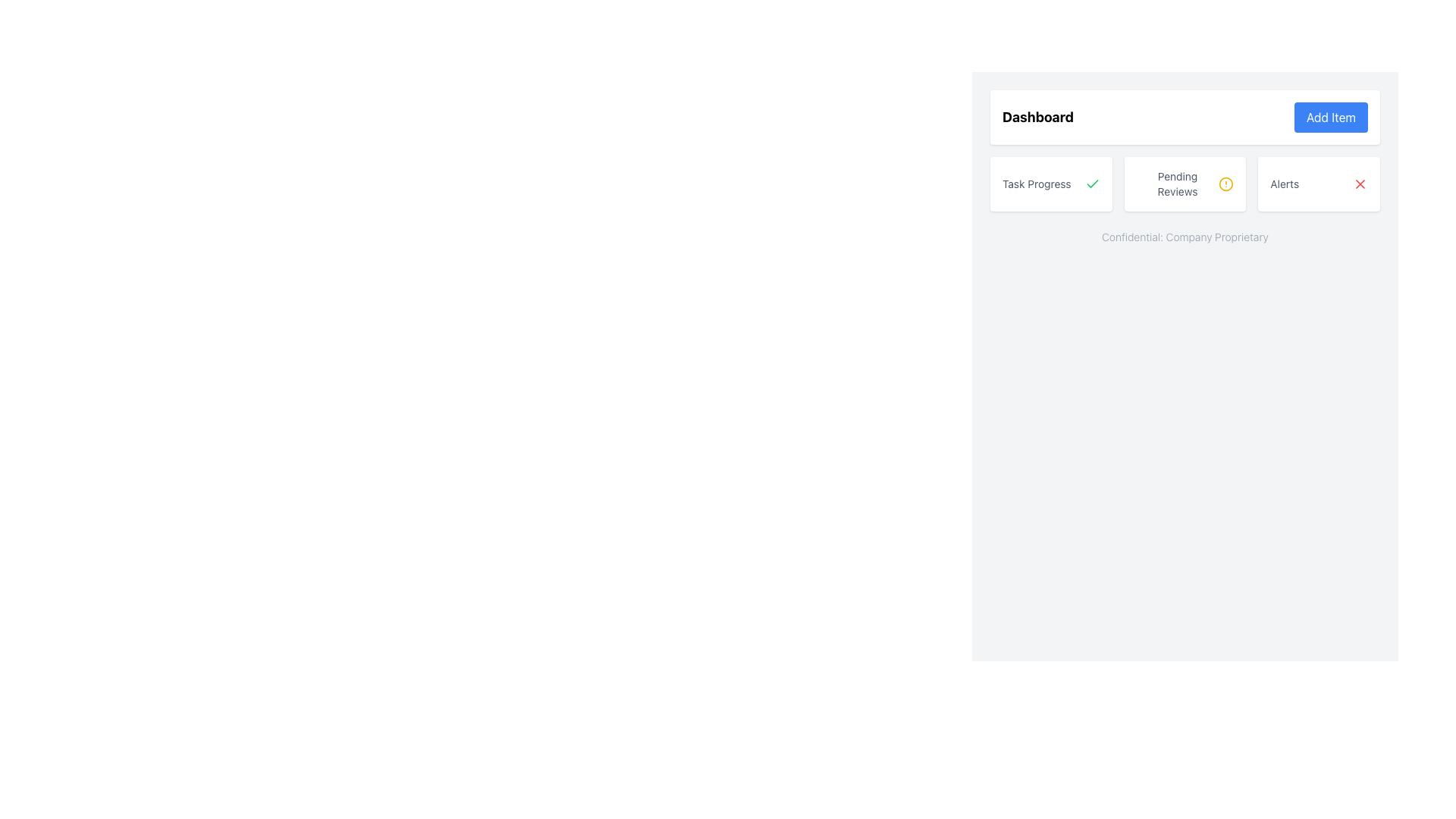 The height and width of the screenshot is (819, 1456). What do you see at coordinates (1226, 184) in the screenshot?
I see `the SVG Circle element styled with a yellow stroke, which is part of the warning icon in the 'Pending Reviews' section of the dashboard's top bar` at bounding box center [1226, 184].